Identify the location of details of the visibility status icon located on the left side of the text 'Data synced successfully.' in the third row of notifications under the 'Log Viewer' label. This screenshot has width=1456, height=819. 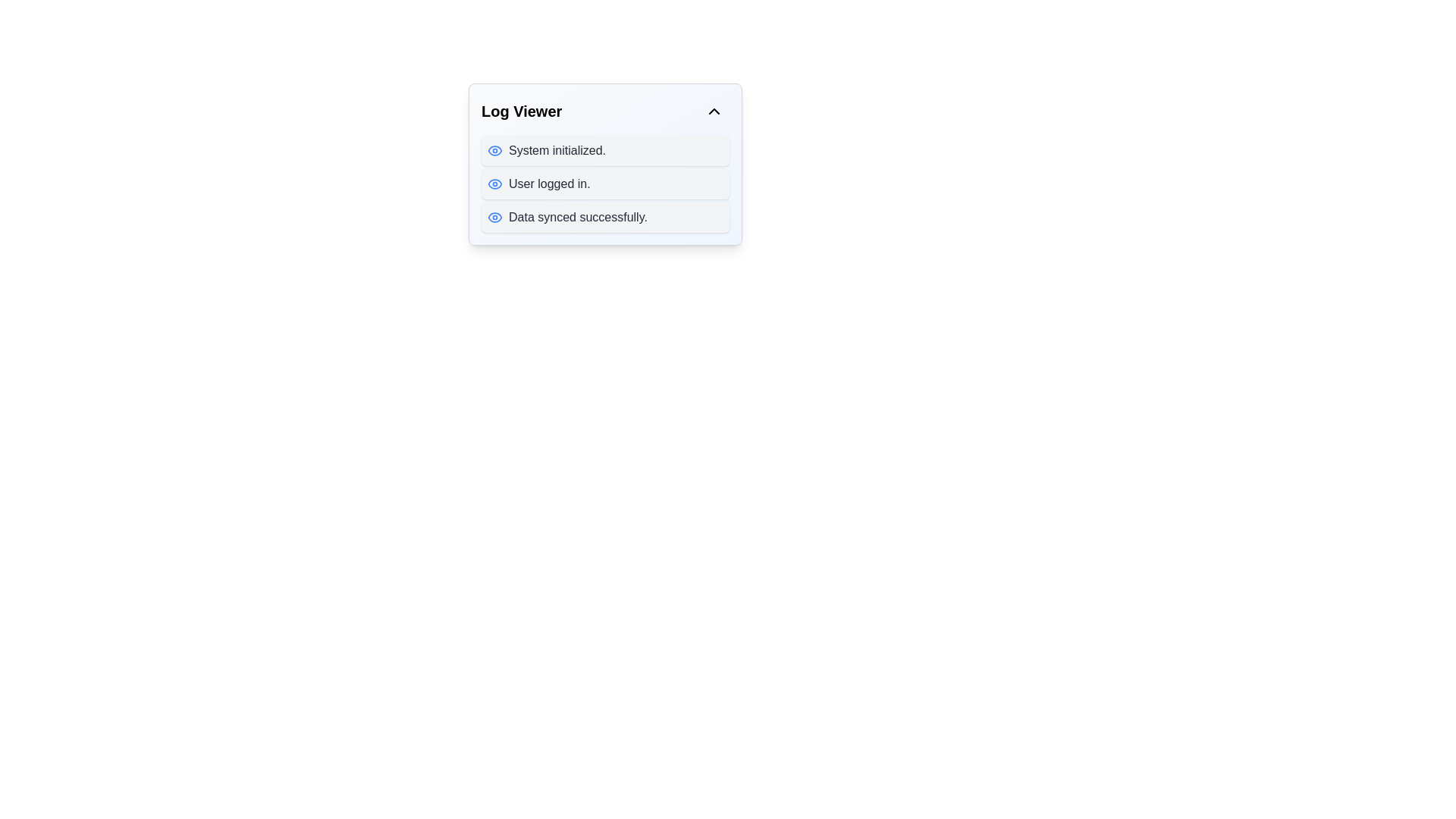
(494, 217).